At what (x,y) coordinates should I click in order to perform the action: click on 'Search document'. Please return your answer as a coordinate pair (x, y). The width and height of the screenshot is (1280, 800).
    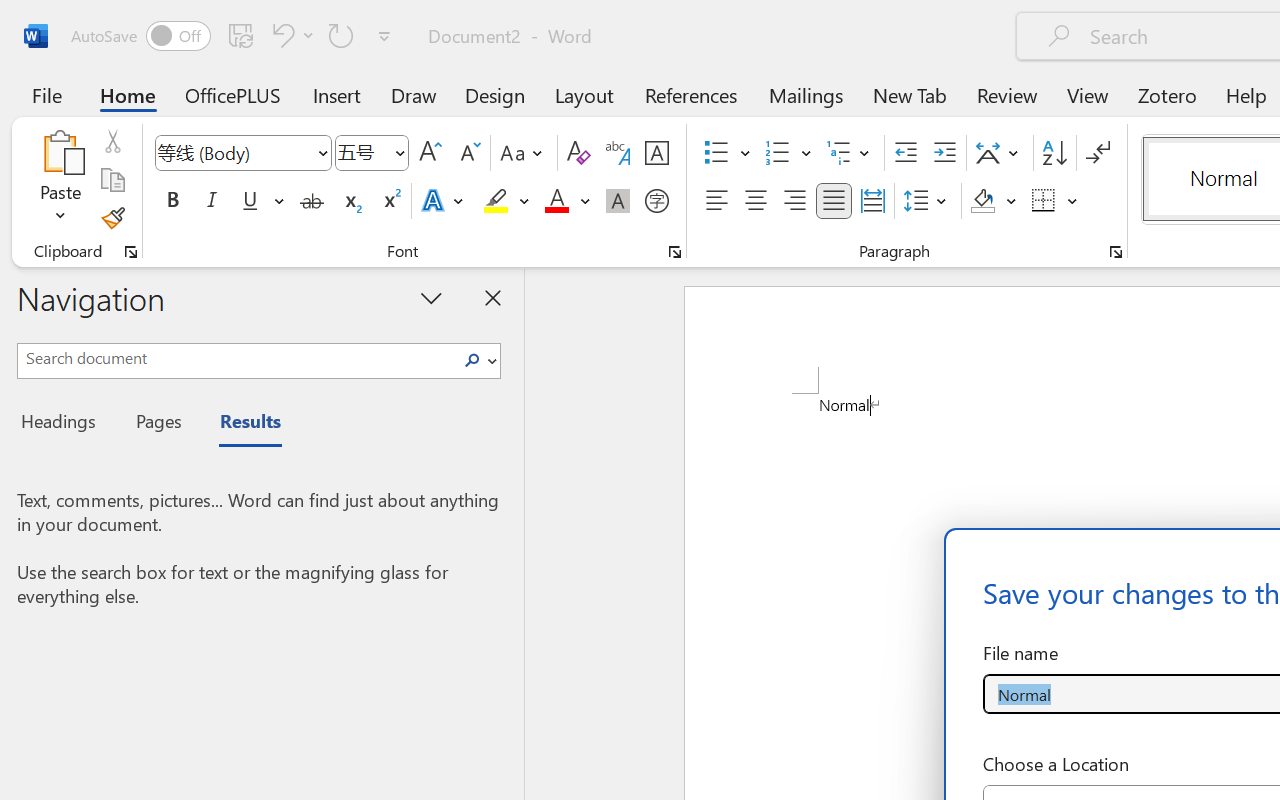
    Looking at the image, I should click on (237, 358).